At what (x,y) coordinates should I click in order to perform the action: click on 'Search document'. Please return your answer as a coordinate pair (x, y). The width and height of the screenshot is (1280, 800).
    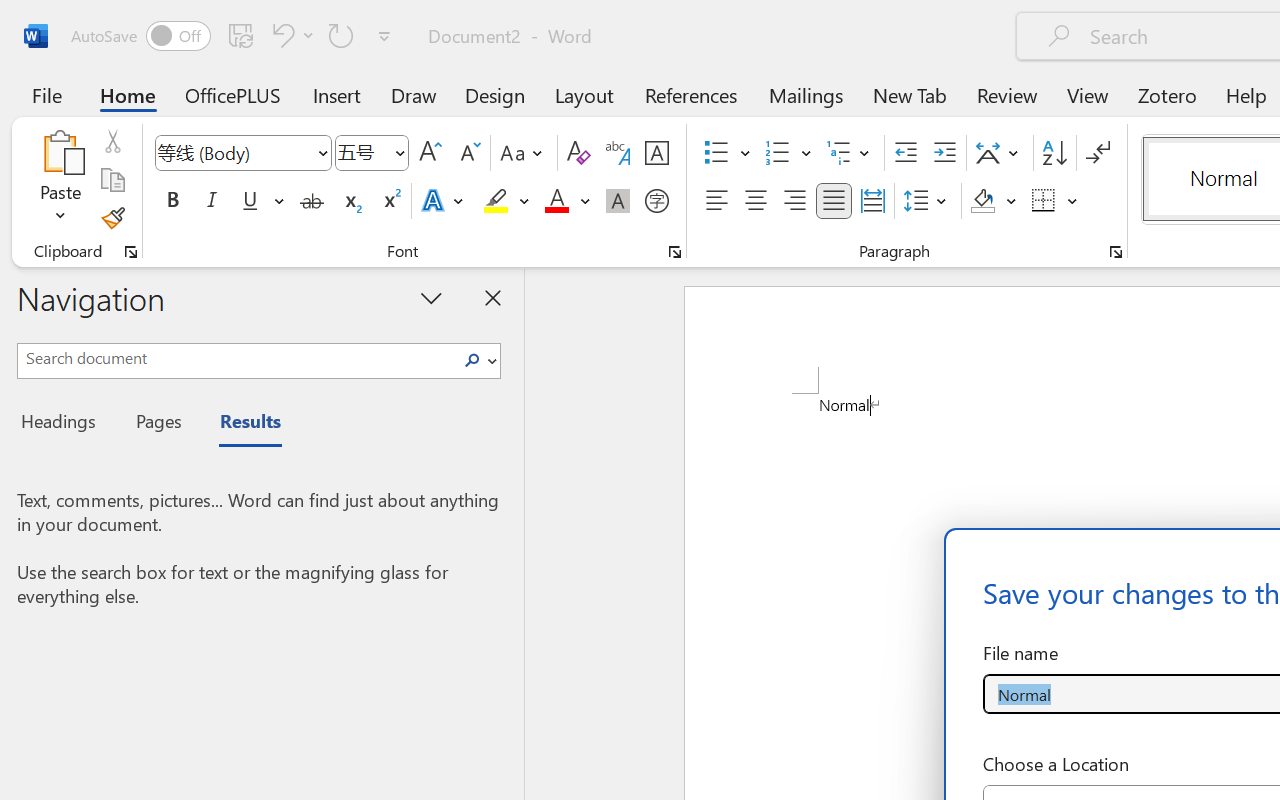
    Looking at the image, I should click on (237, 358).